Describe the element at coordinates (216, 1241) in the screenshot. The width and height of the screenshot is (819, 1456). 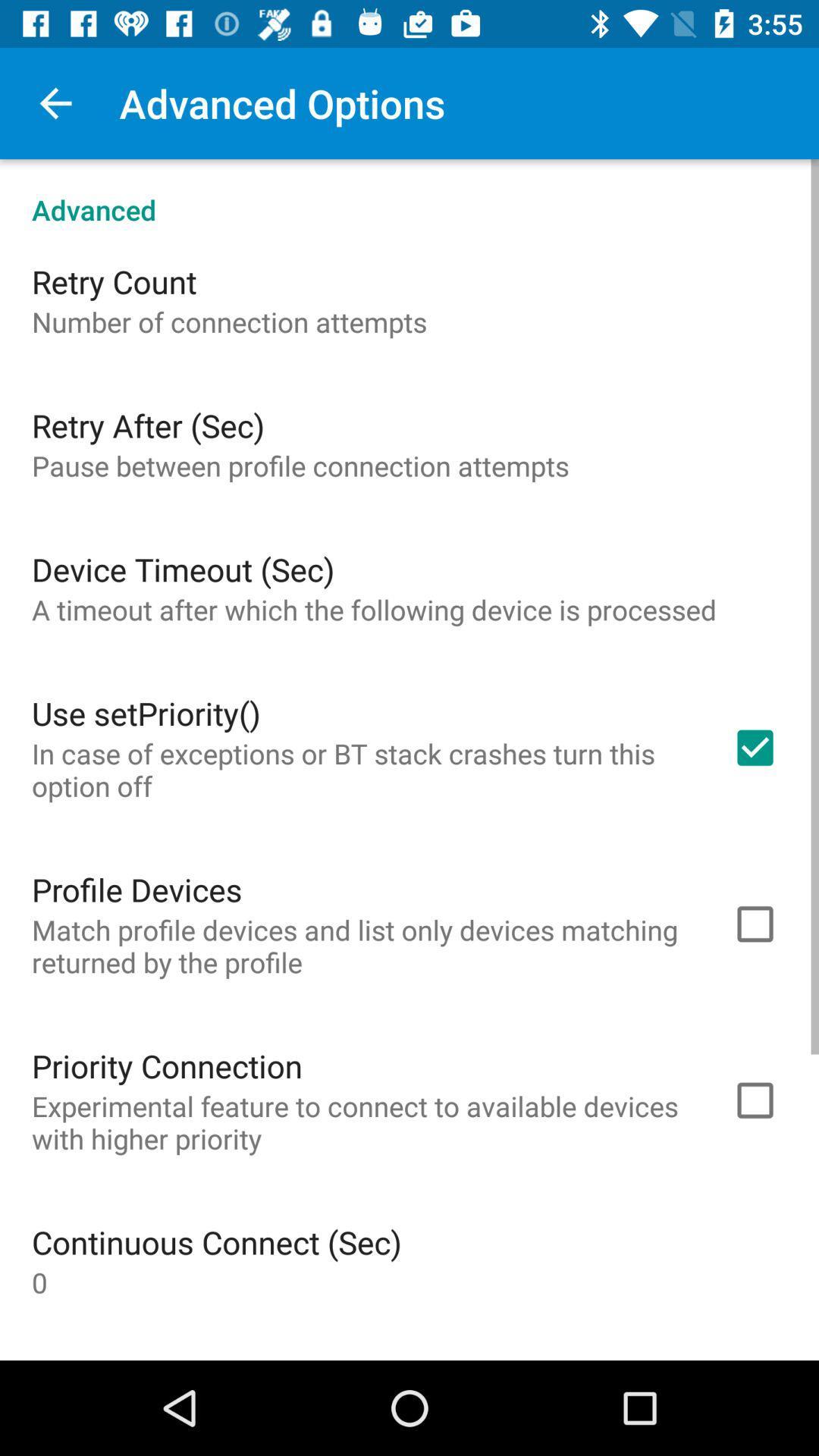
I see `continuous connect (sec) item` at that location.